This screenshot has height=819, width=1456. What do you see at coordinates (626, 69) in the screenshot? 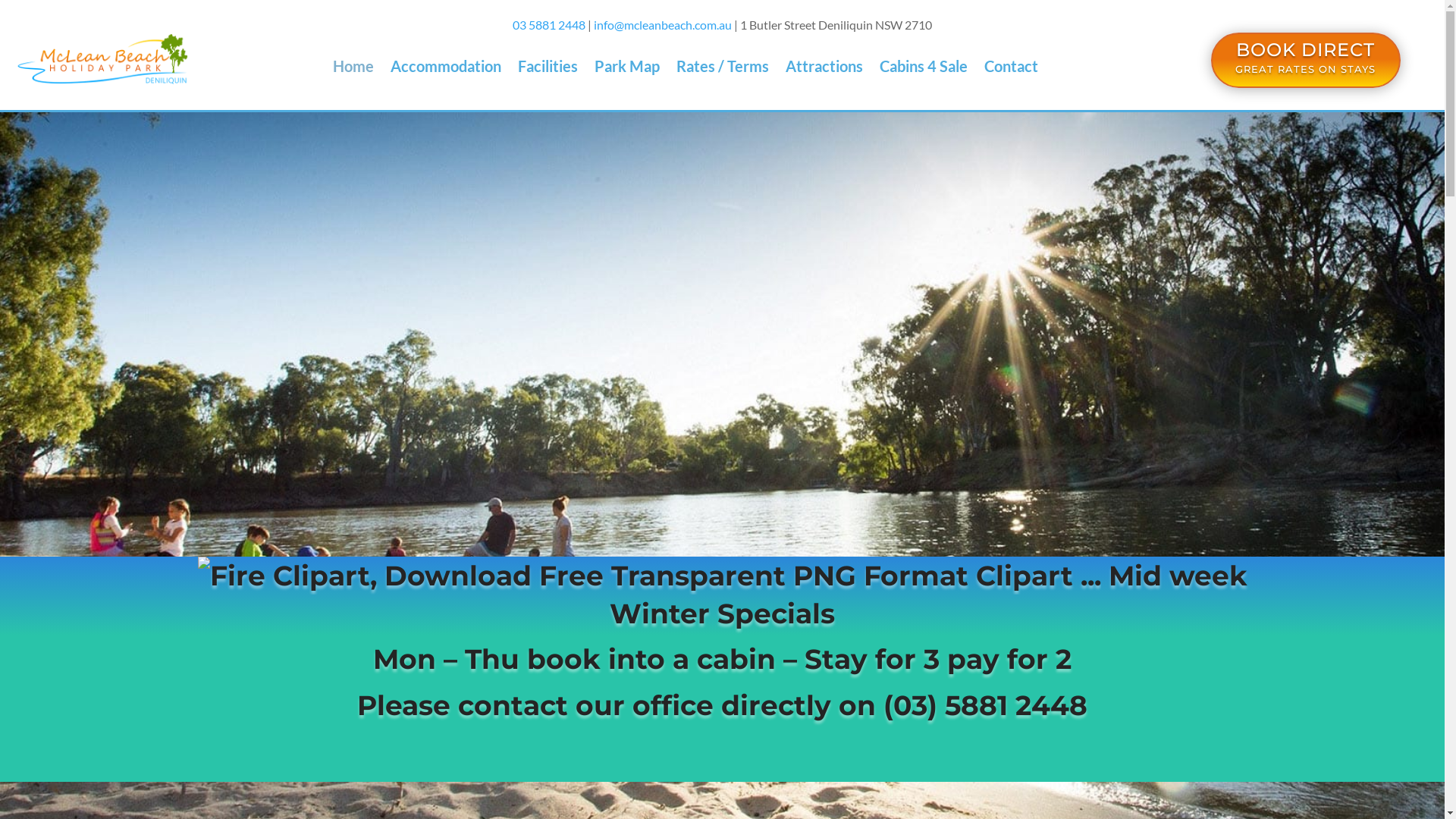
I see `'Park Map'` at bounding box center [626, 69].